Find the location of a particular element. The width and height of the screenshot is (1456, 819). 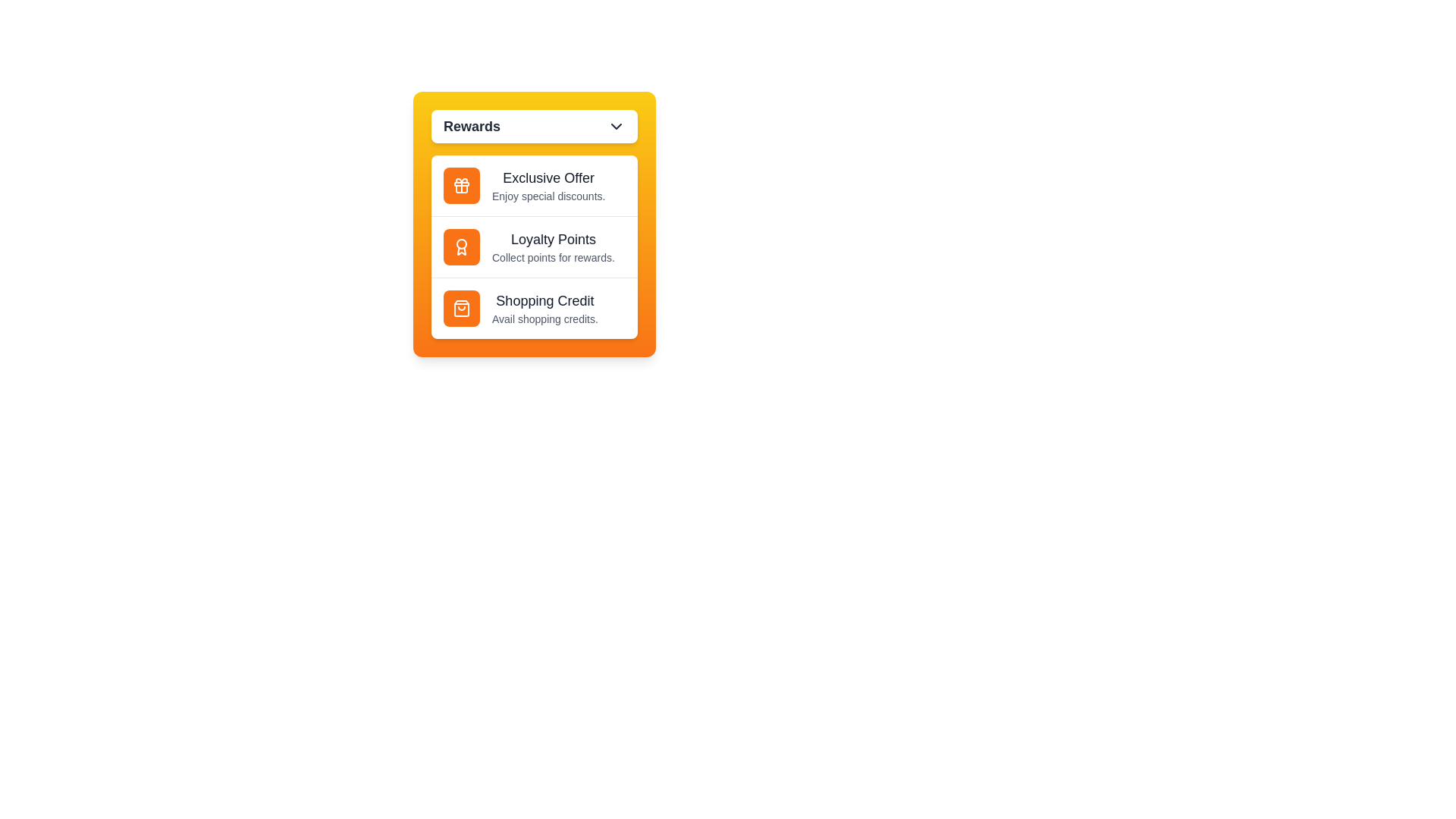

the design of the square icon with an orange background and a white award ribbon symbol at its center, located on the second row of the 'Rewards' menu, adjacent to the 'Loyalty Points' text is located at coordinates (461, 246).